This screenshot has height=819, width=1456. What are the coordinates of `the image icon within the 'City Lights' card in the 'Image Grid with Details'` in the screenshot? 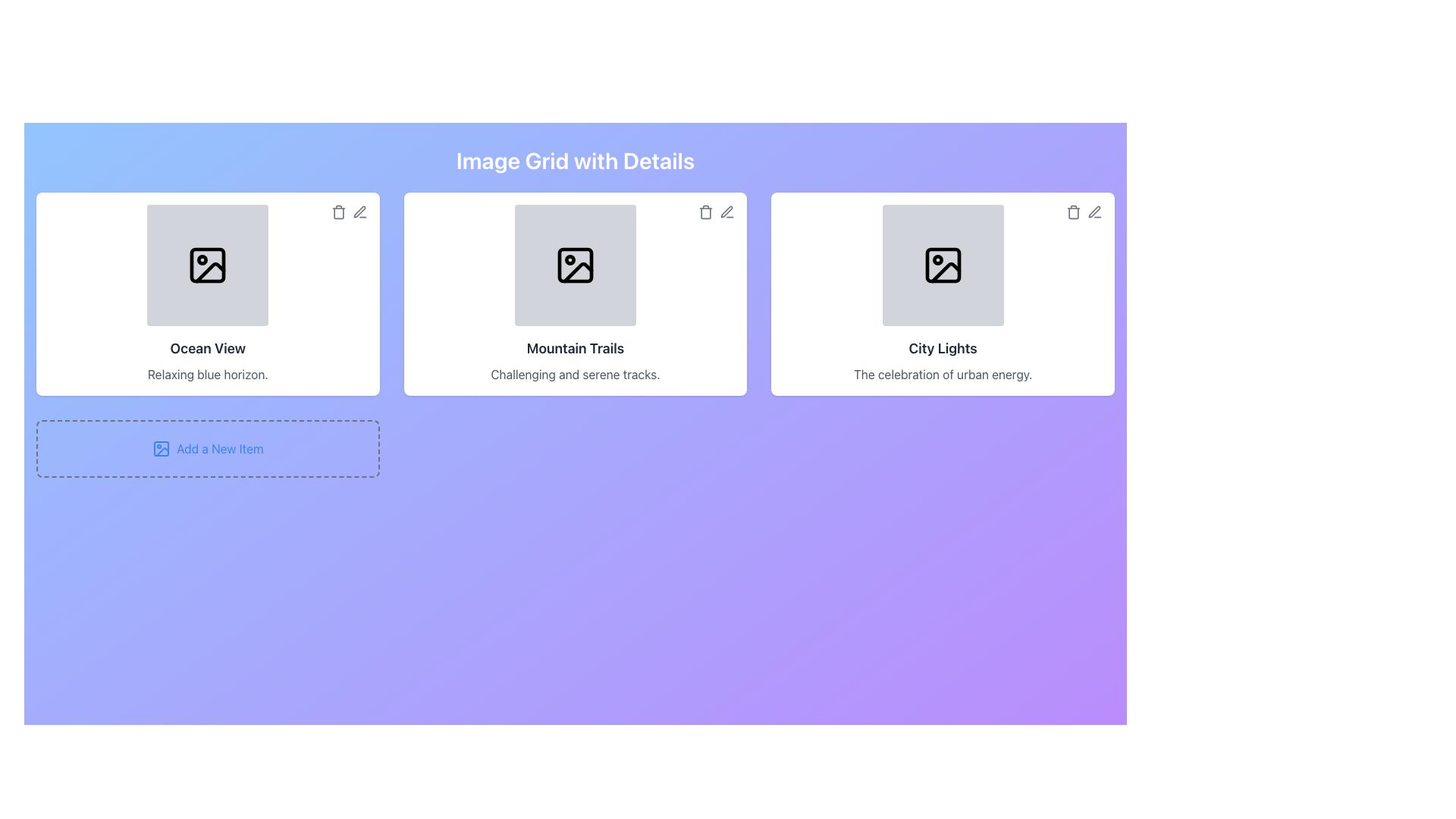 It's located at (942, 265).